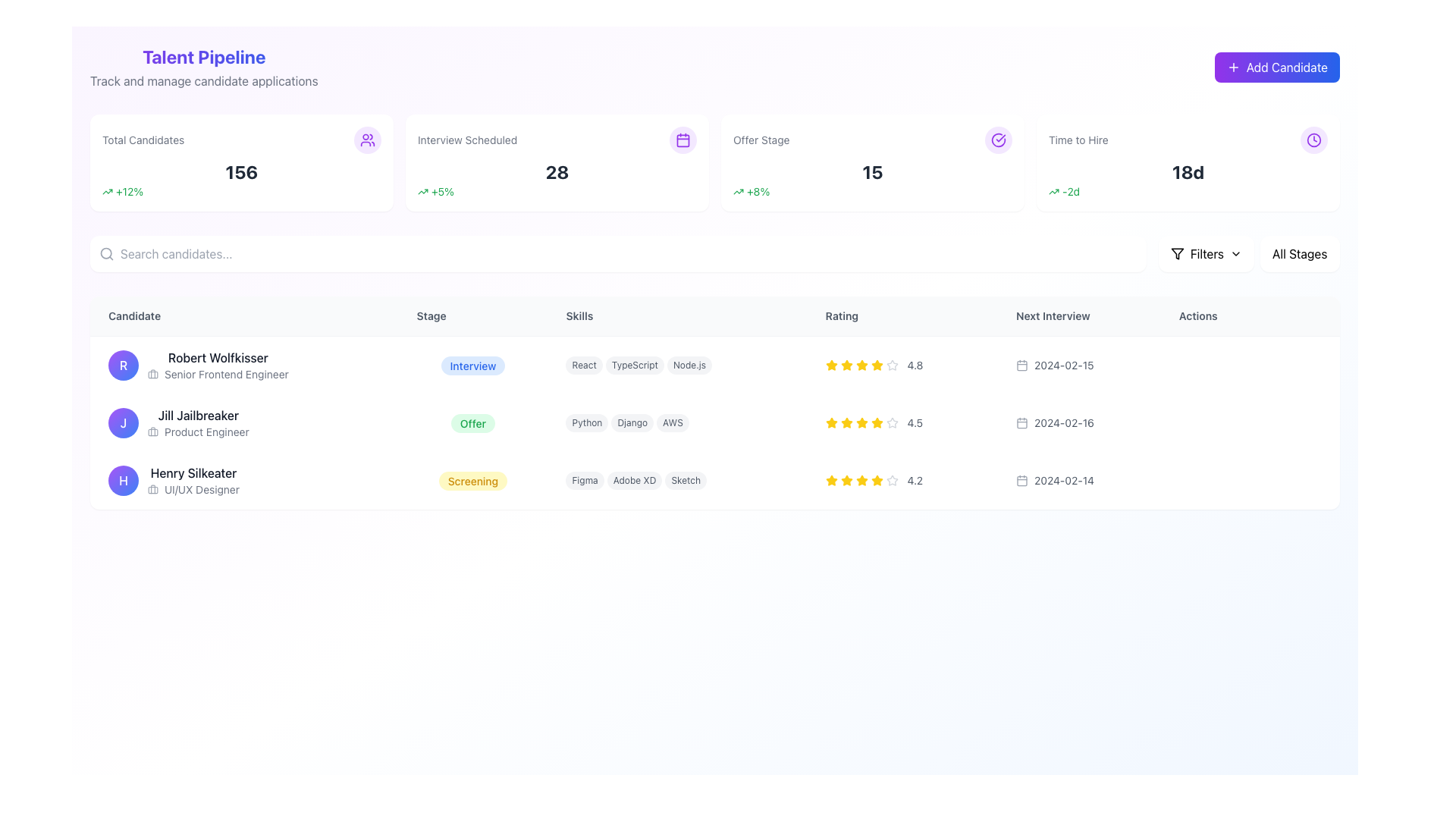  I want to click on the circular icon with a purple outlined circle and checkmark inside, located at the top-right corner of the 'Offer Stage' section in the dashboard interface, so click(998, 140).